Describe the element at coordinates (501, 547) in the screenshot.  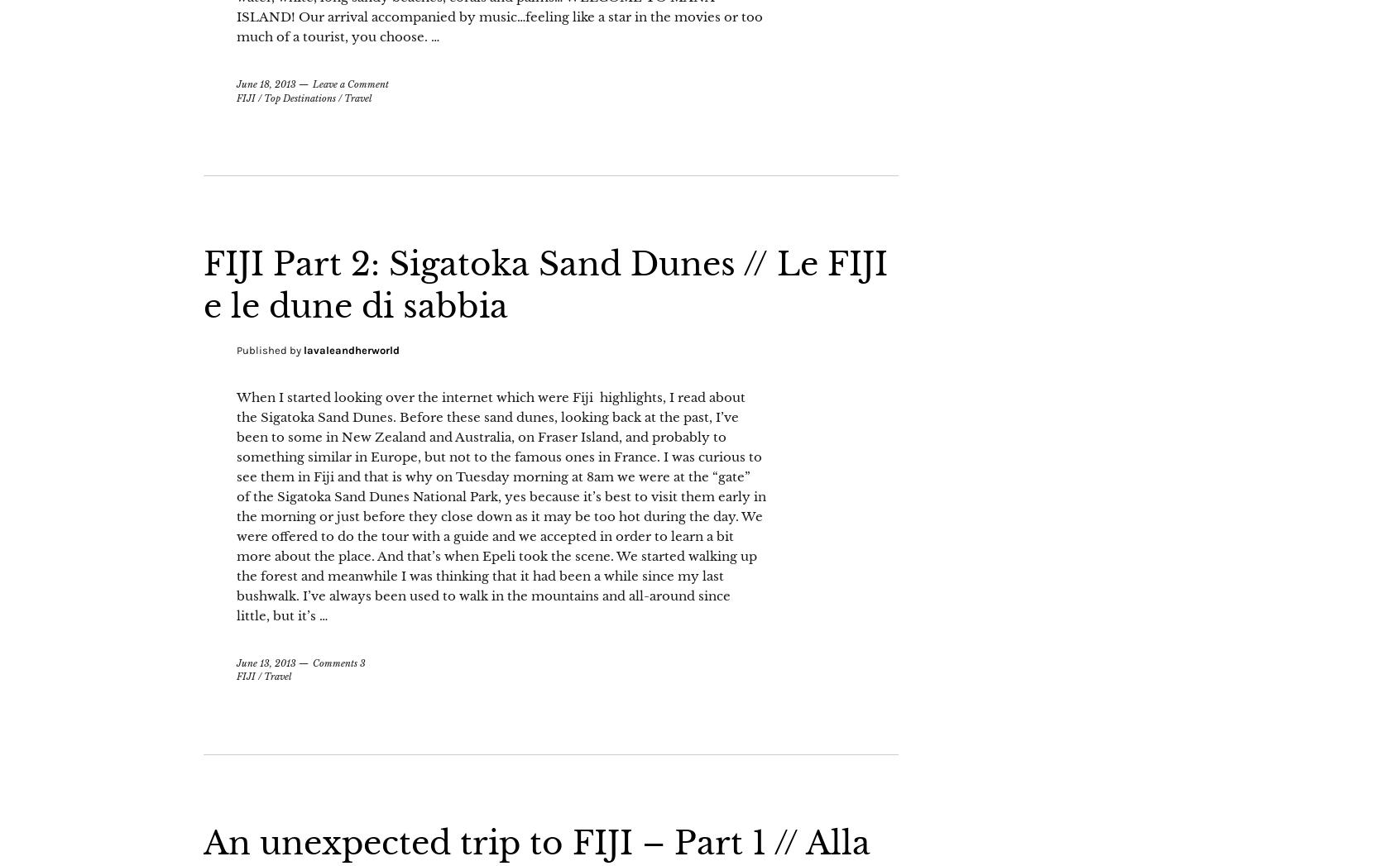
I see `'When I started looking over the internet which were Fiji  highlights, I read about the Sigatoka Sand Dunes. Before these sand dunes, looking back at the past, I’ve been to some in New Zealand and Australia, on Fraser Island, and probably to something similar in Europe, but not to the famous ones in France. I was curious to see them in Fiji and that is why on Tuesday morning at 8am we were at the “gate” of the Sigatoka Sand Dunes National Park, yes because it’s best to visit them early in the morning or just before they close down as it may be too hot during the day. We were offered to do the tour with a guide and we accepted in order to learn a bit more about the place. And that’s when Epeli took the scene. We started walking up the forest and meanwhile I was thinking that it had been a while since my last bushwalk. I’ve always been used to walk in the mountains and all-around since little, but it’s …'` at that location.